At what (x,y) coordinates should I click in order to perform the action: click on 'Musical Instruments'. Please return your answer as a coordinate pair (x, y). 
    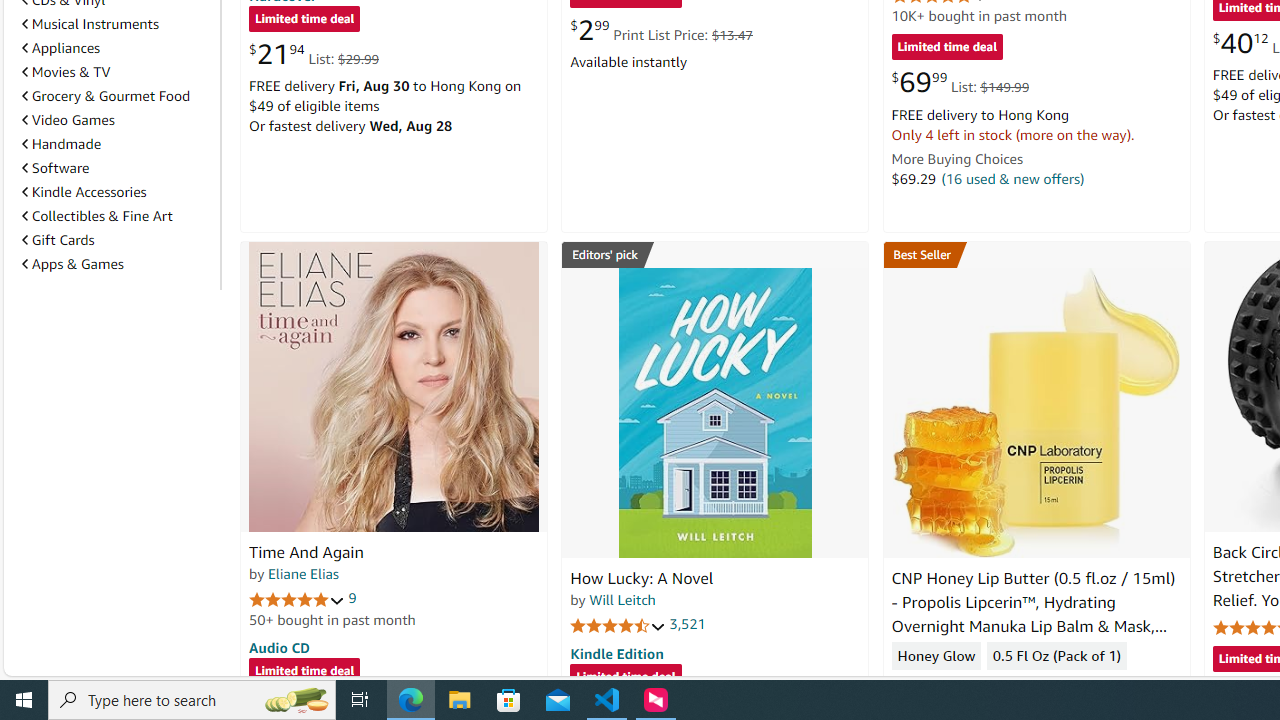
    Looking at the image, I should click on (116, 23).